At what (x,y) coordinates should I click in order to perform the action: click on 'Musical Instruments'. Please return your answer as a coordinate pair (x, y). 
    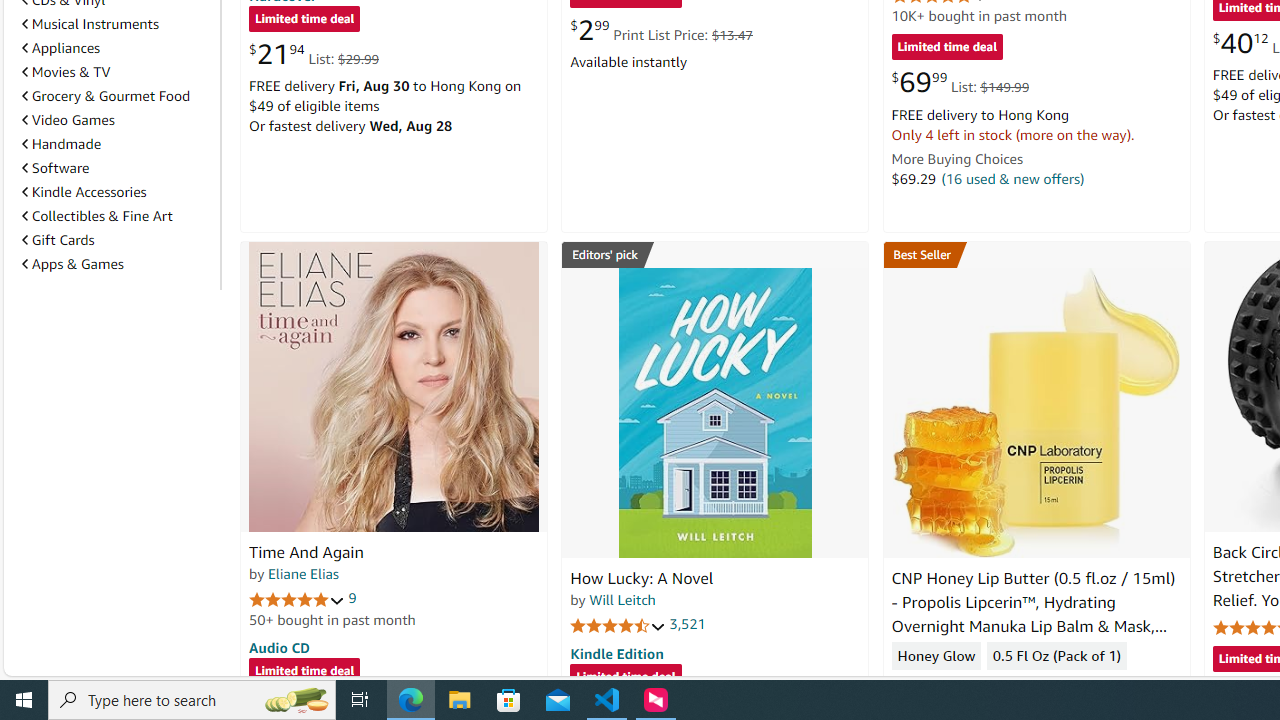
    Looking at the image, I should click on (116, 23).